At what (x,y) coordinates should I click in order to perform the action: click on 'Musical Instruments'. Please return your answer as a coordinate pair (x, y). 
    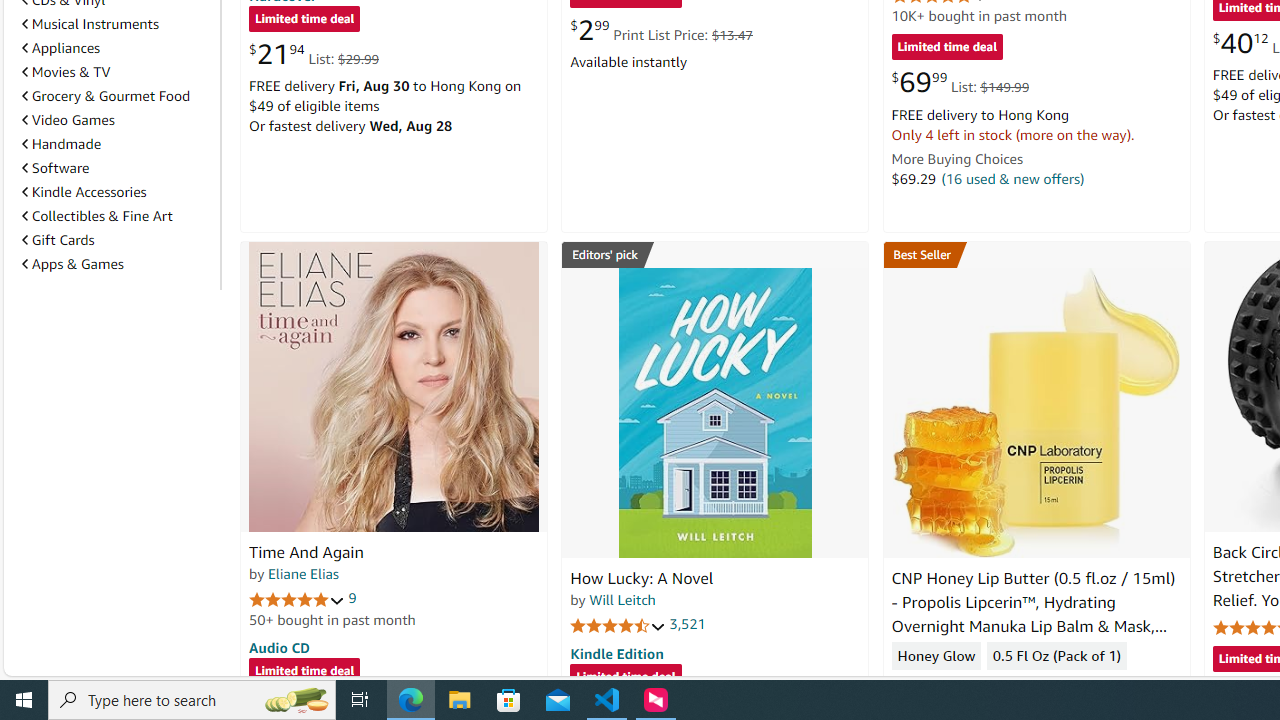
    Looking at the image, I should click on (116, 23).